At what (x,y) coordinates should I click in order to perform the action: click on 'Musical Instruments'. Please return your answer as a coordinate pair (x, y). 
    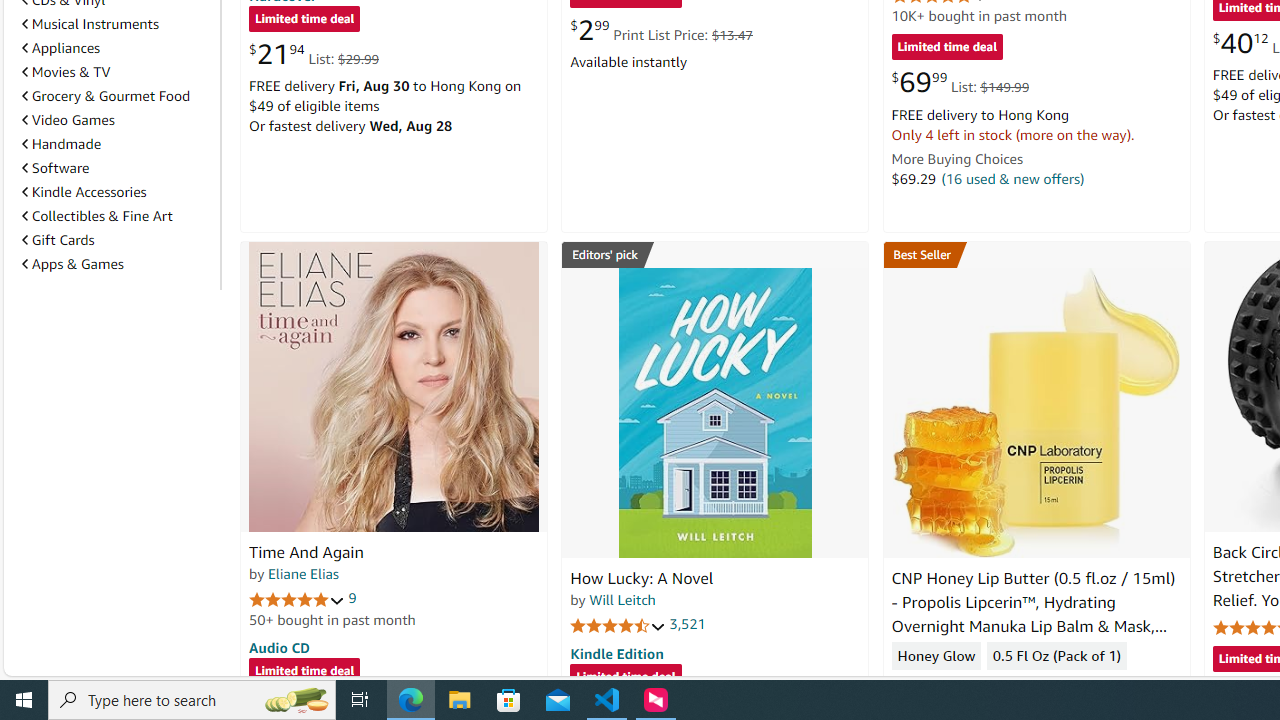
    Looking at the image, I should click on (116, 23).